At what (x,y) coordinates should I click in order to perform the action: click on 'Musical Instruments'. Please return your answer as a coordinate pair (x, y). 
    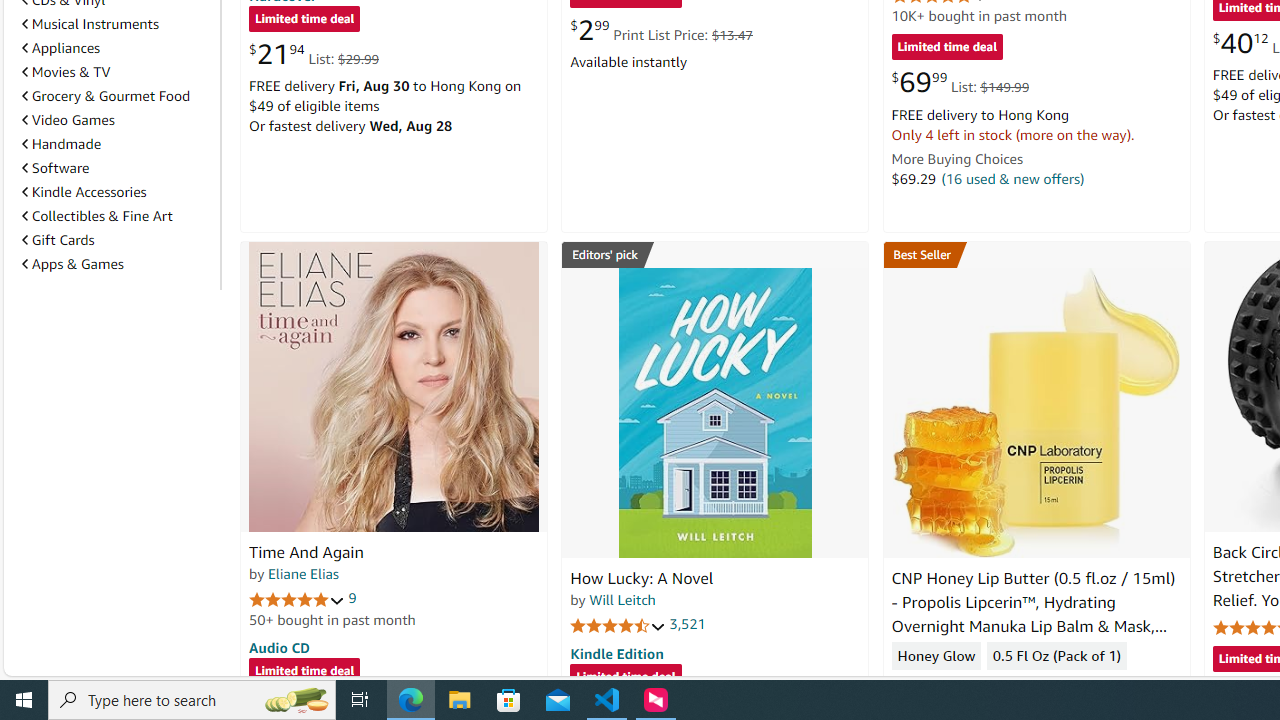
    Looking at the image, I should click on (116, 23).